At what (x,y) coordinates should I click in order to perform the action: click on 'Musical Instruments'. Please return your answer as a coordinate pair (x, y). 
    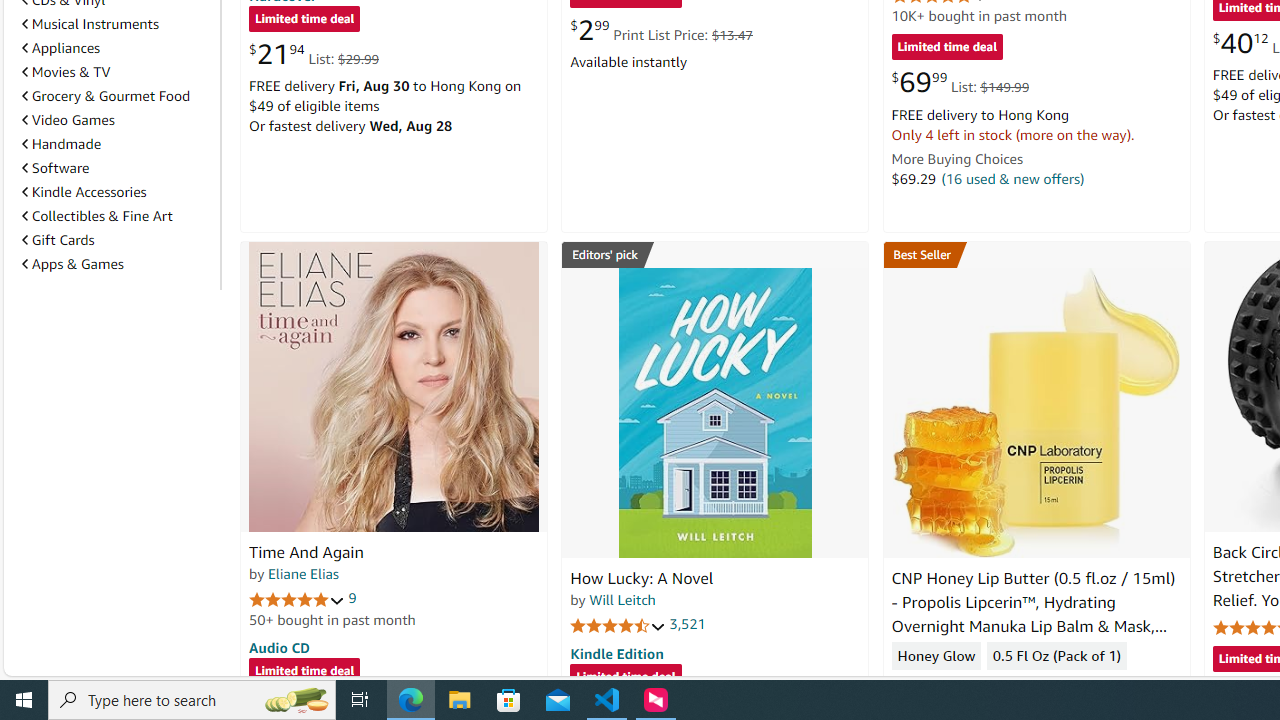
    Looking at the image, I should click on (116, 23).